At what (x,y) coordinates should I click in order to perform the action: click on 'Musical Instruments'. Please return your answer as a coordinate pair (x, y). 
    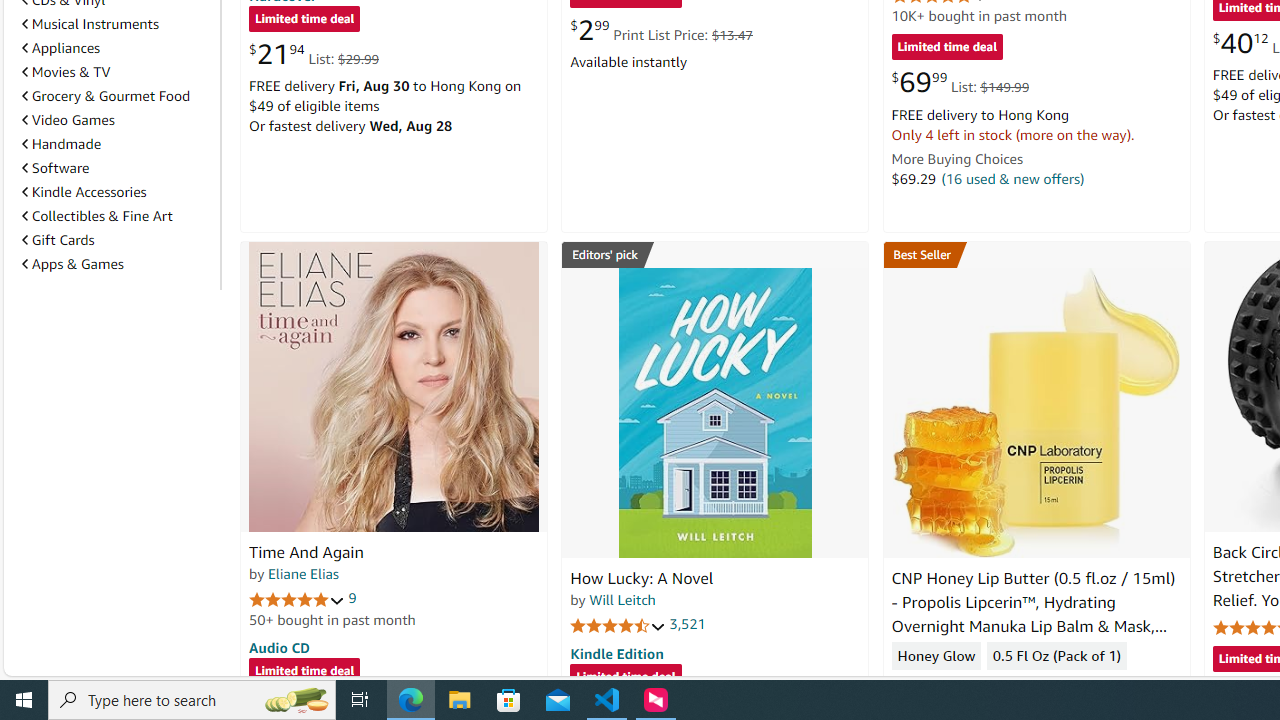
    Looking at the image, I should click on (116, 23).